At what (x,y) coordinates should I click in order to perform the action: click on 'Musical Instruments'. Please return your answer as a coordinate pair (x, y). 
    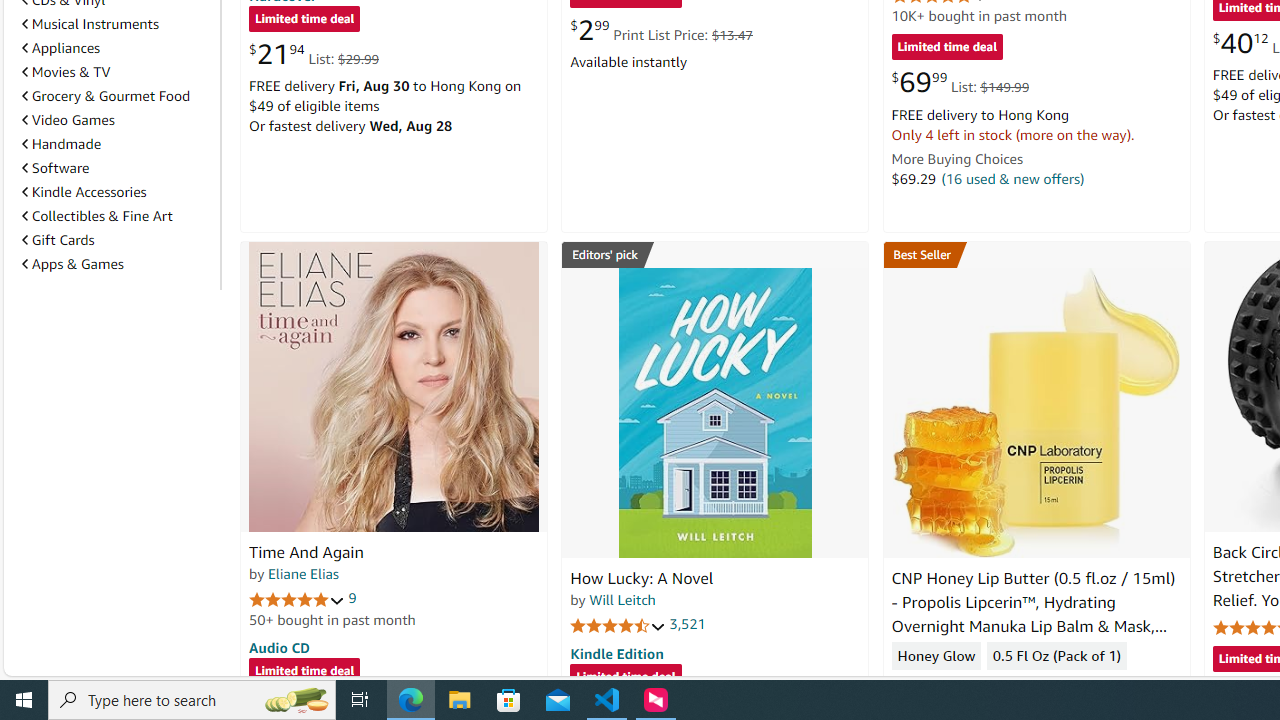
    Looking at the image, I should click on (116, 23).